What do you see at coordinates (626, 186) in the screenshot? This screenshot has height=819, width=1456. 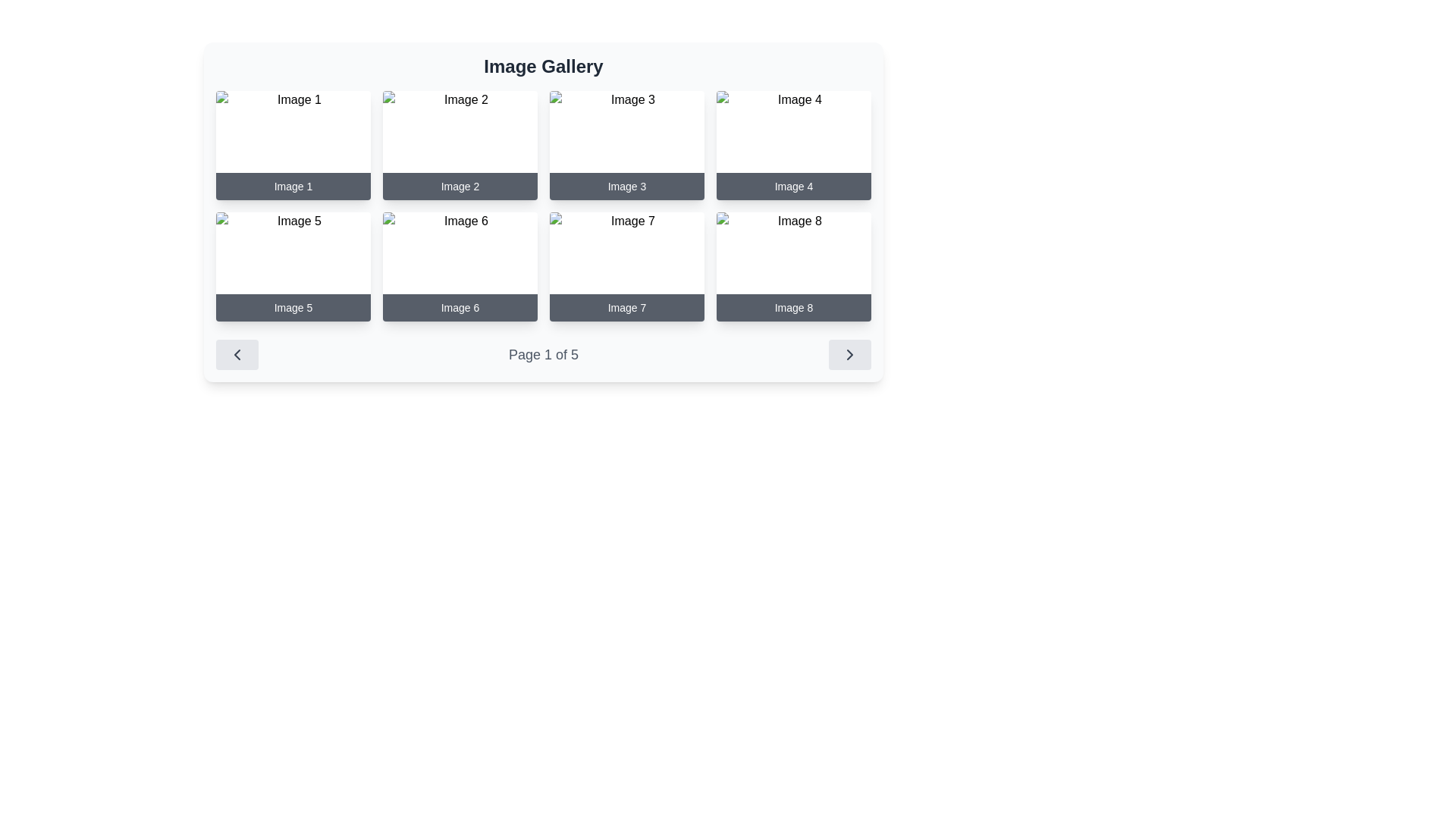 I see `the non-interactive text label at the bottom of the card representing 'Image 3' in the image gallery grid` at bounding box center [626, 186].